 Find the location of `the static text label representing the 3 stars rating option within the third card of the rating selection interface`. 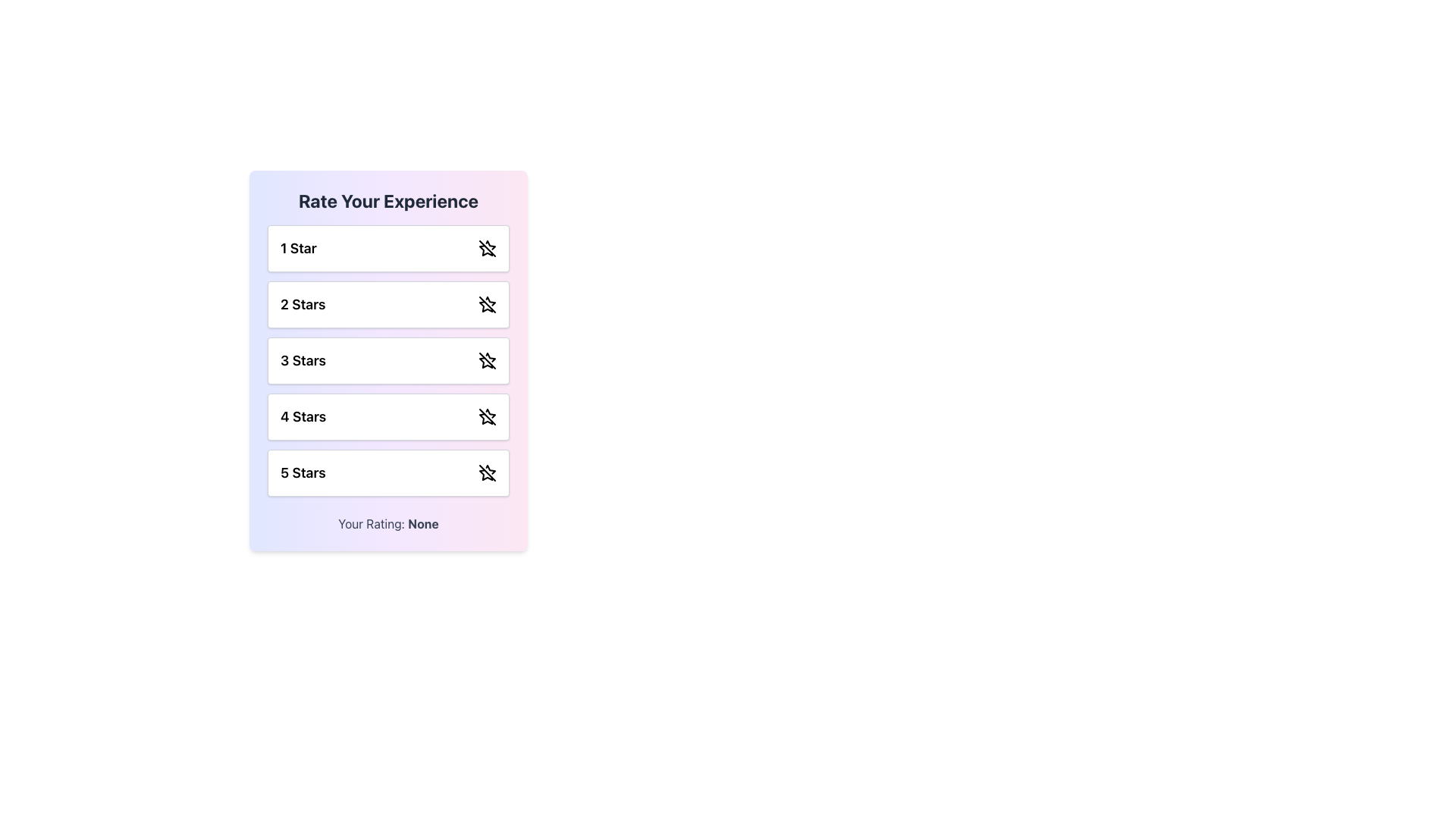

the static text label representing the 3 stars rating option within the third card of the rating selection interface is located at coordinates (303, 360).